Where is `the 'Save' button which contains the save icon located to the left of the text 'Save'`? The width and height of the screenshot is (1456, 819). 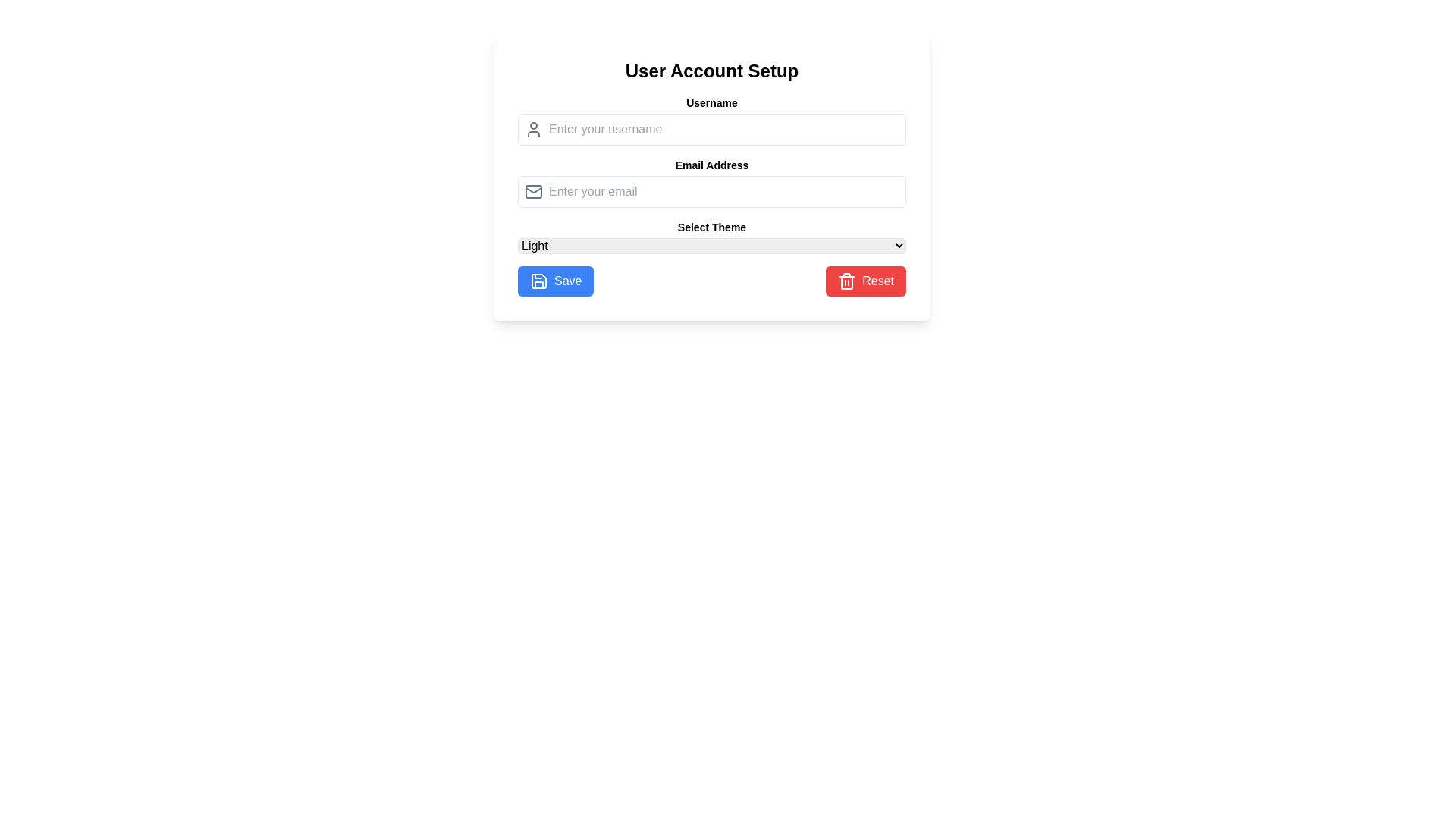
the 'Save' button which contains the save icon located to the left of the text 'Save' is located at coordinates (538, 281).